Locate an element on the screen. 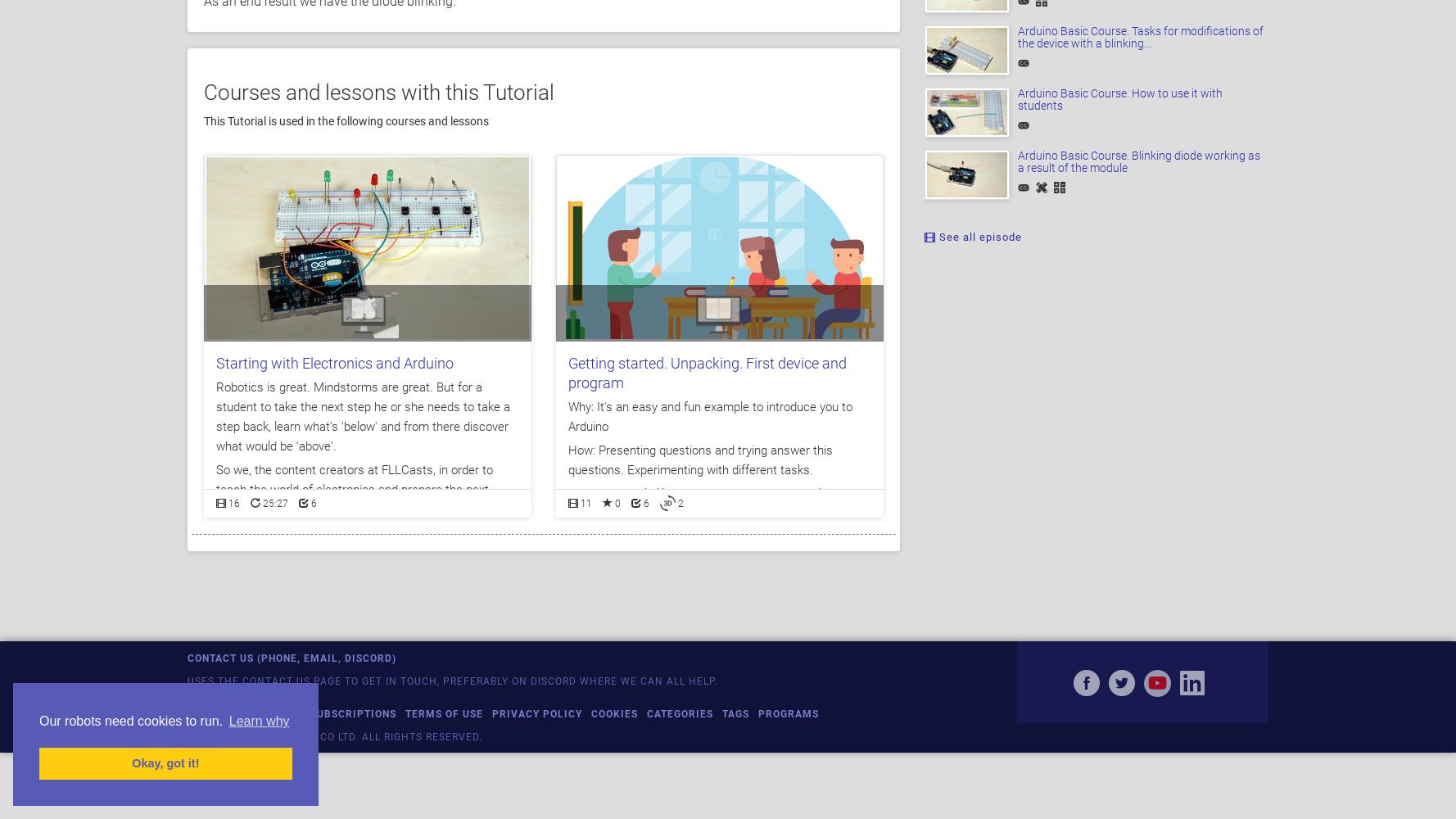  'Our robots need cookies to run.' is located at coordinates (132, 721).